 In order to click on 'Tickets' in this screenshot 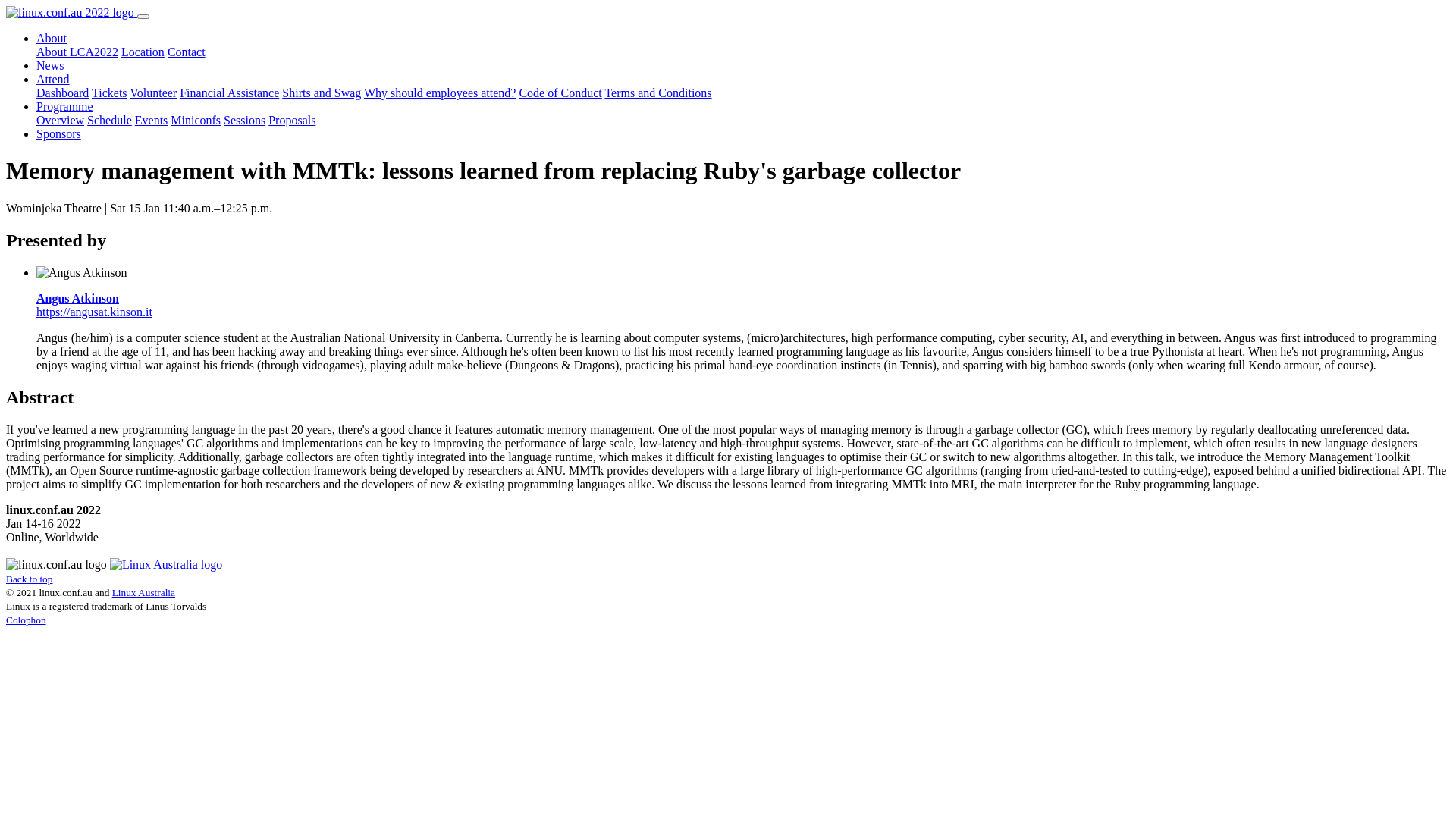, I will do `click(108, 93)`.